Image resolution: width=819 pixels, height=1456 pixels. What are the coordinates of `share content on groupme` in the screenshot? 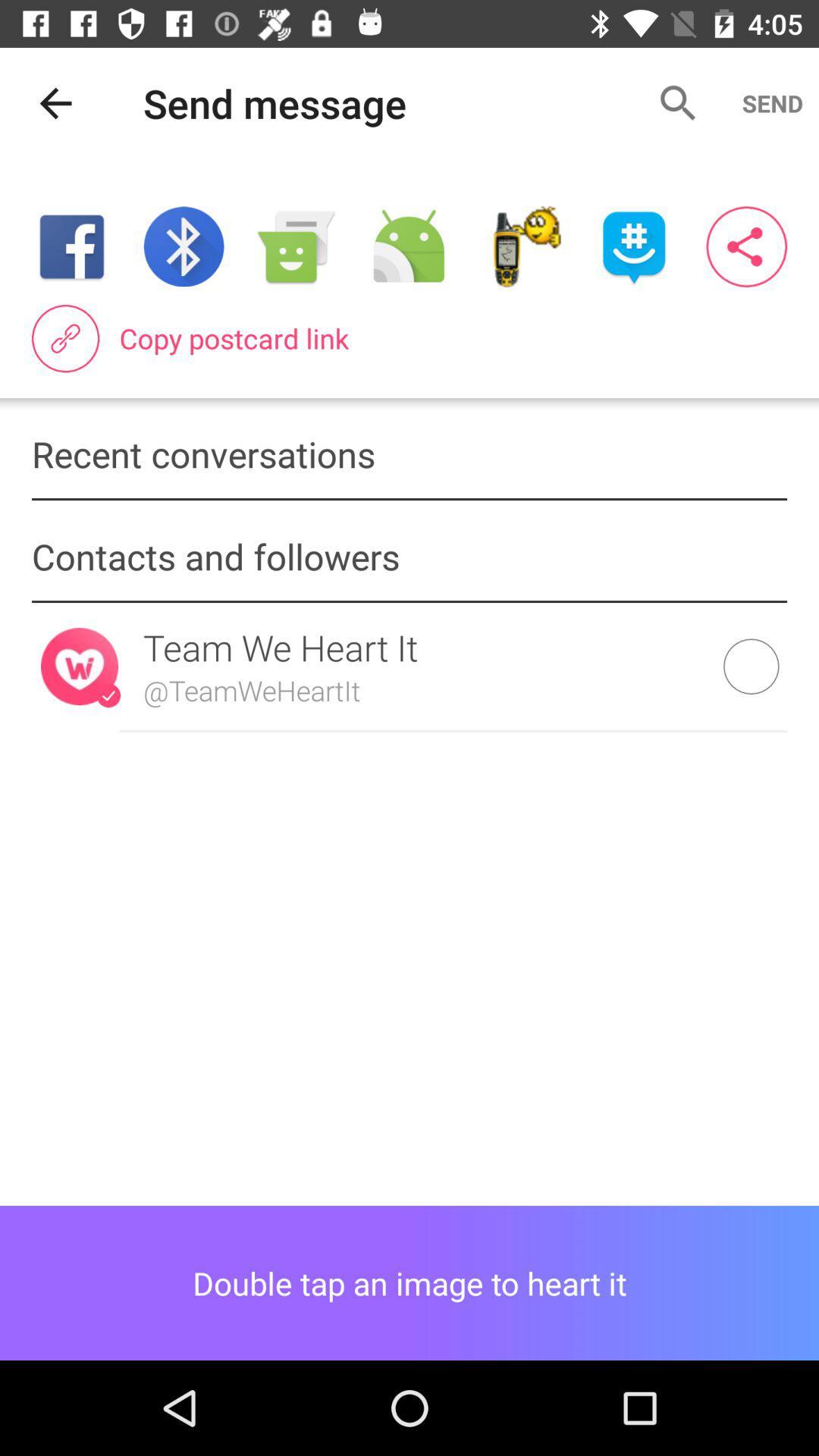 It's located at (634, 246).